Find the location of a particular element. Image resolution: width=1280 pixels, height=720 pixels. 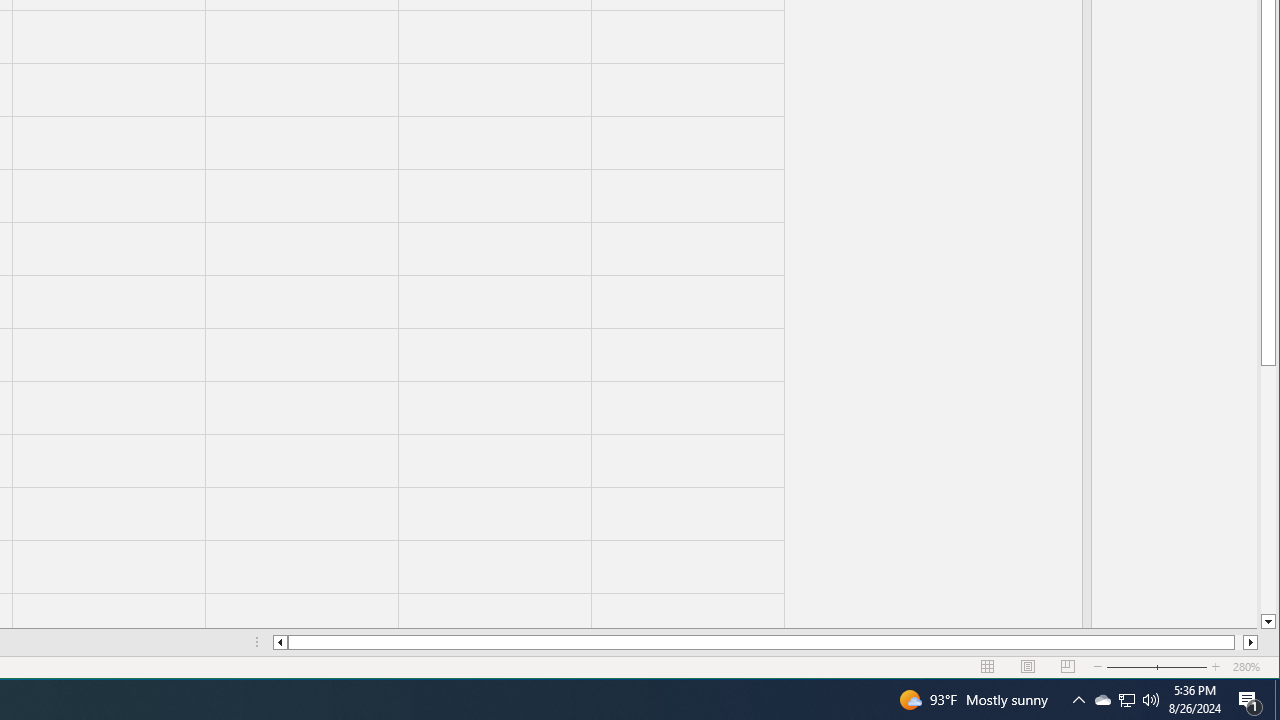

'Page down' is located at coordinates (1267, 489).